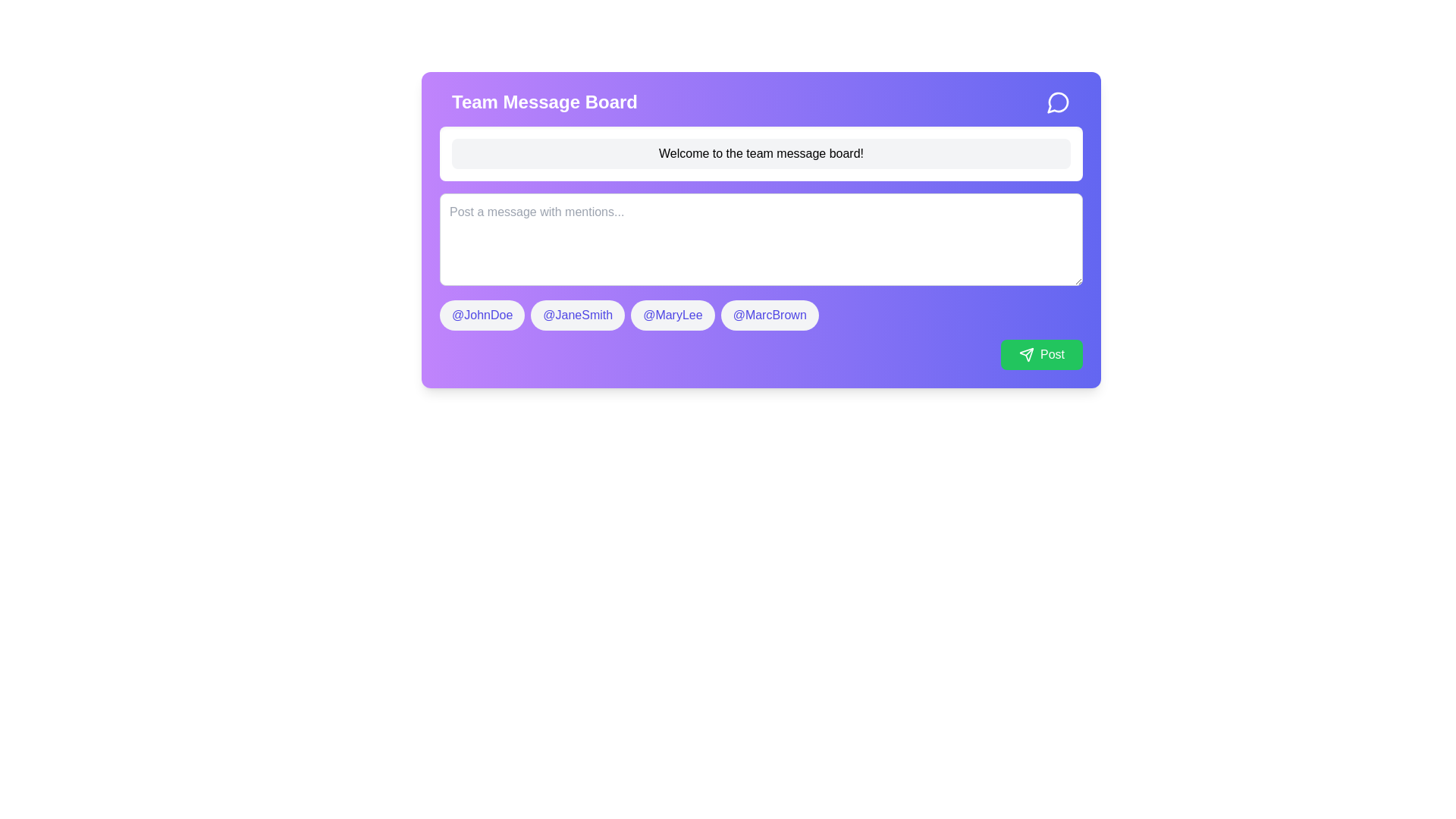 This screenshot has width=1456, height=819. What do you see at coordinates (1058, 102) in the screenshot?
I see `the circular chat bubble icon with a white color and purple background located at the top-right corner of the 'Team Message Board' header section` at bounding box center [1058, 102].